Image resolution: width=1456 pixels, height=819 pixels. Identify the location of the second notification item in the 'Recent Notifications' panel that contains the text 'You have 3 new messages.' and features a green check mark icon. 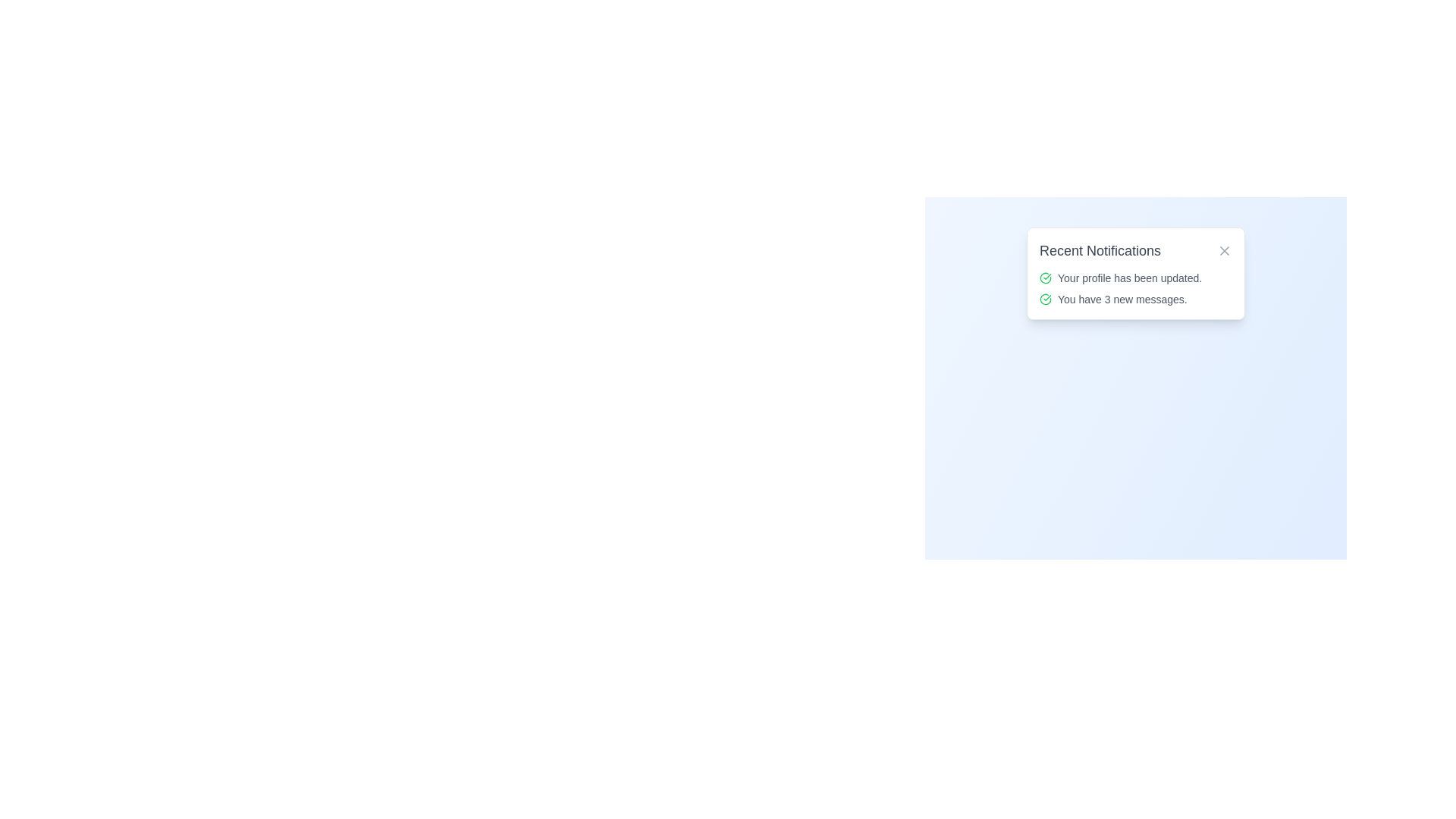
(1135, 299).